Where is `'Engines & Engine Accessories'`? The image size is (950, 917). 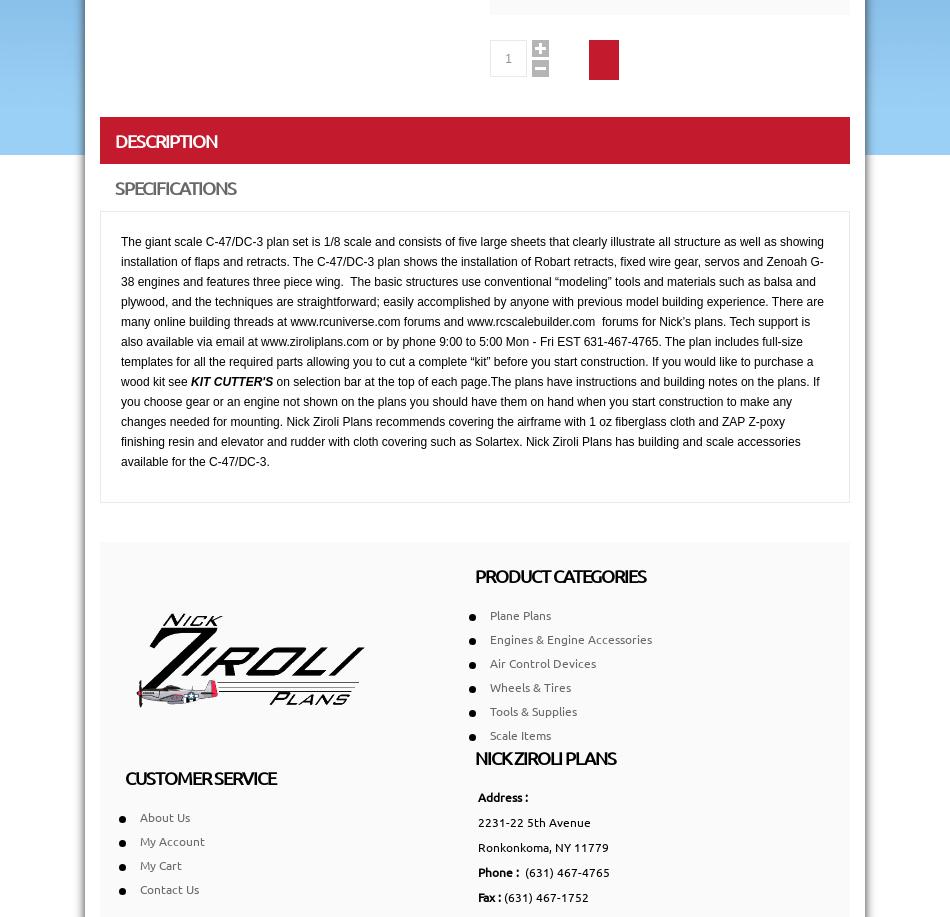 'Engines & Engine Accessories' is located at coordinates (571, 637).